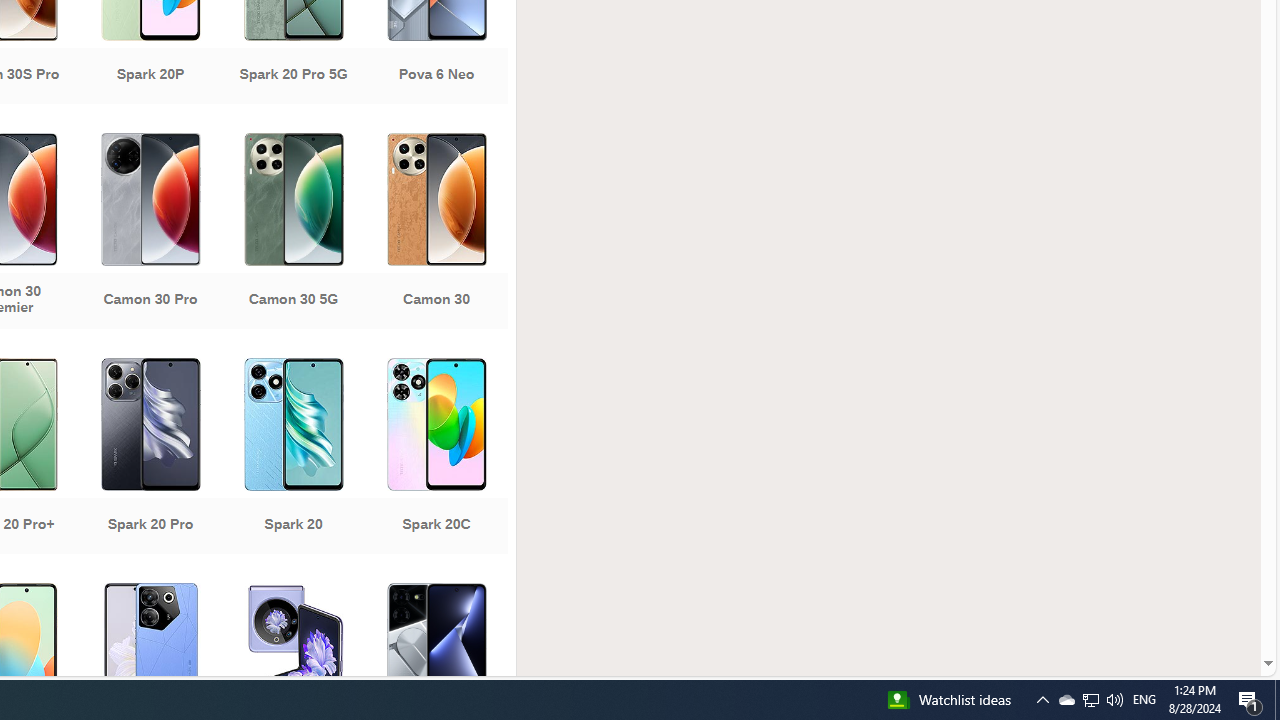 The width and height of the screenshot is (1280, 720). I want to click on 'Camon 30', so click(435, 232).